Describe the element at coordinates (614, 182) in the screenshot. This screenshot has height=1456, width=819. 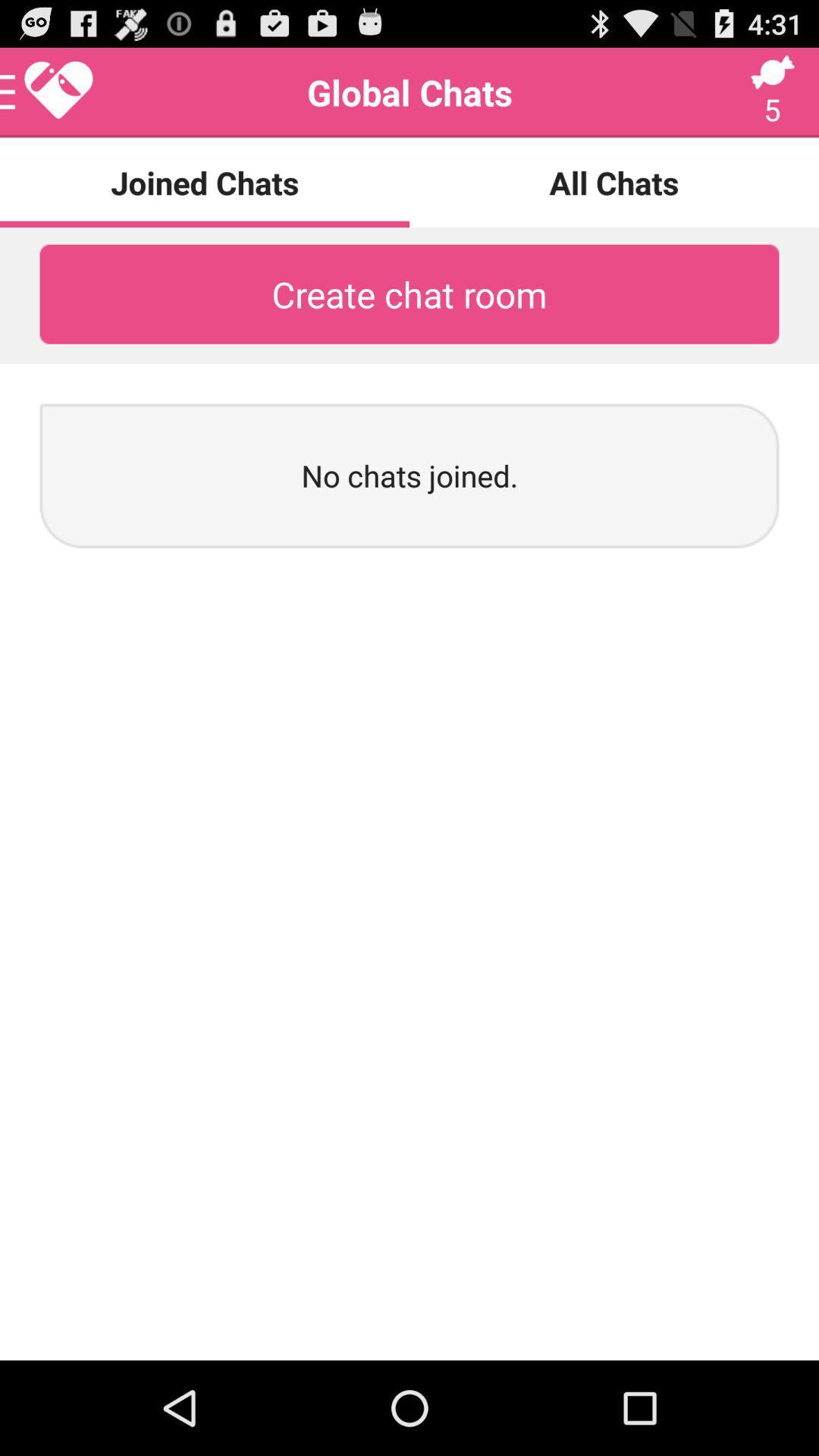
I see `the all chats` at that location.